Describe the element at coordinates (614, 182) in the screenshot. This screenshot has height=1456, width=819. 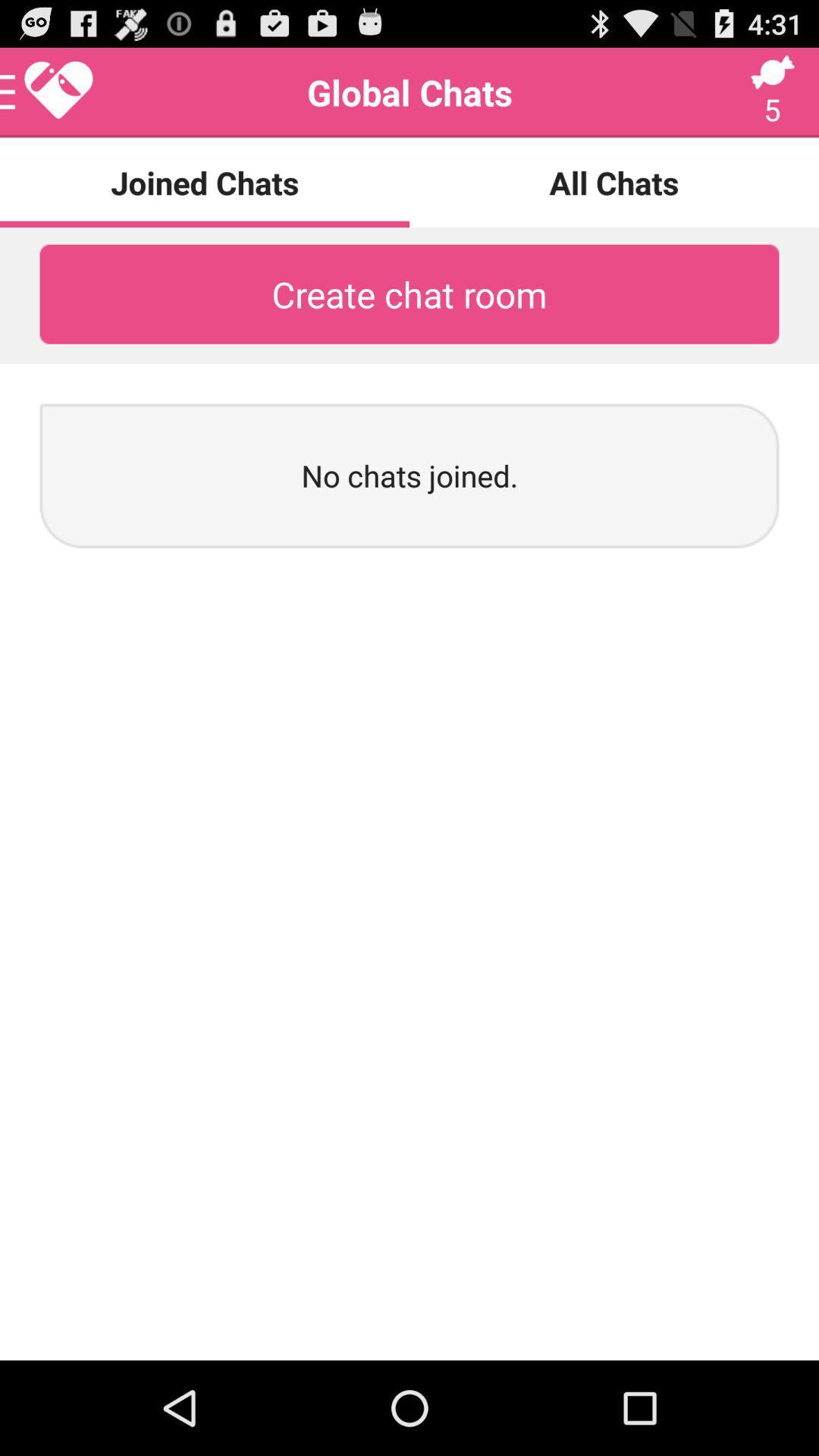
I see `the all chats` at that location.